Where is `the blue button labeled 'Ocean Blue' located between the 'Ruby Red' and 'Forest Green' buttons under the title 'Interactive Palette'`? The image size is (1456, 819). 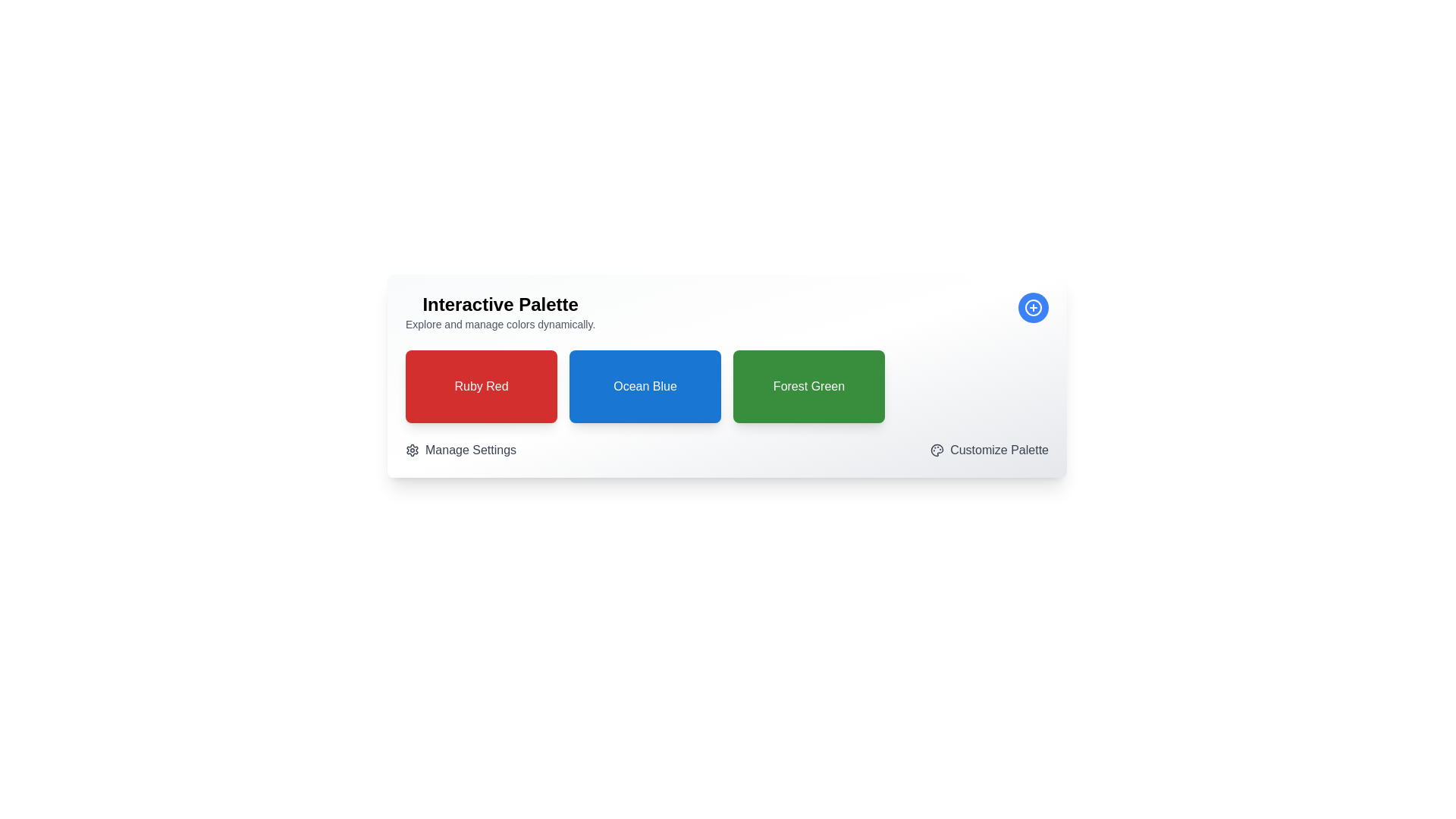 the blue button labeled 'Ocean Blue' located between the 'Ruby Red' and 'Forest Green' buttons under the title 'Interactive Palette' is located at coordinates (645, 385).